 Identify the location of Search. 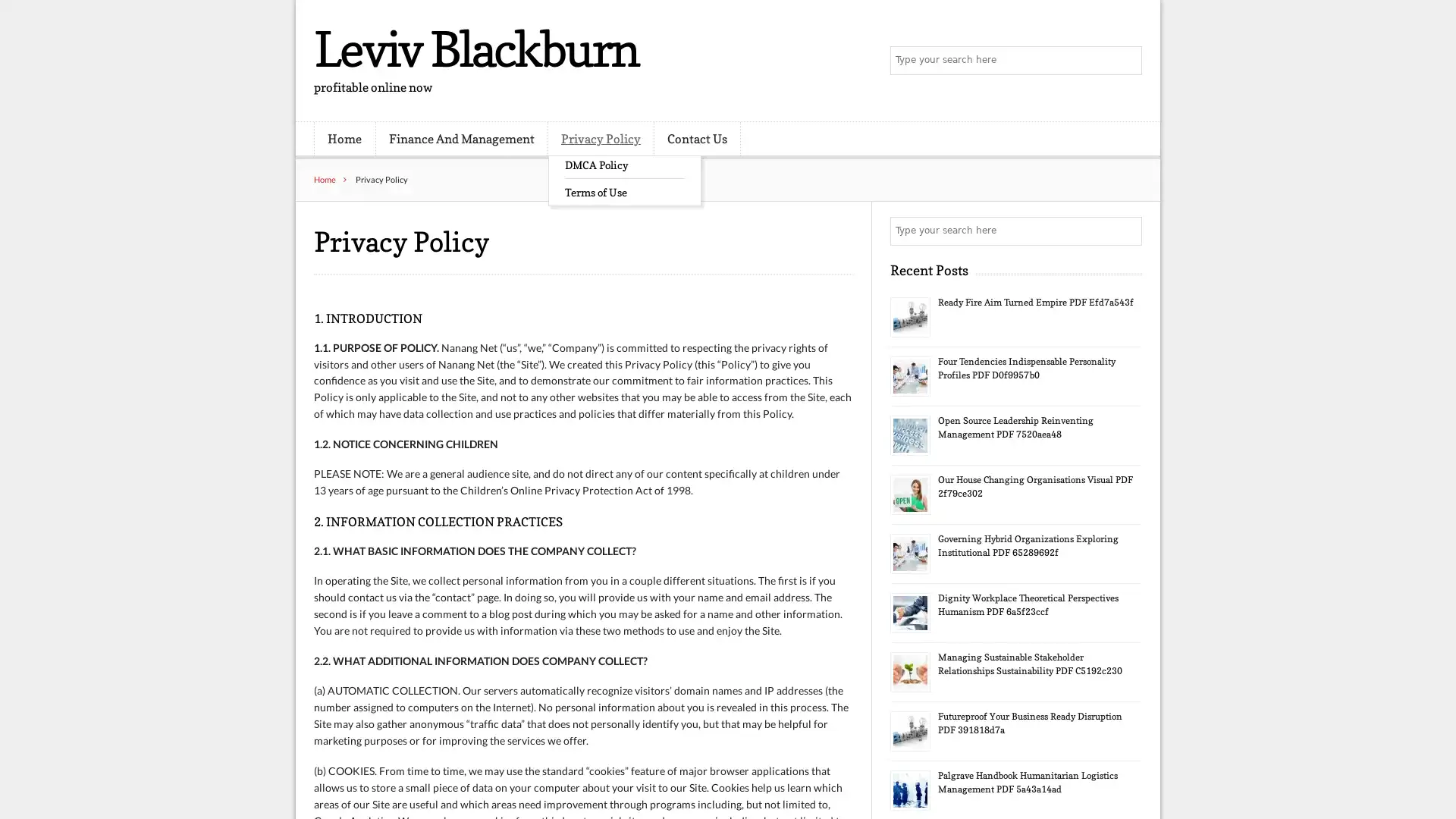
(1126, 231).